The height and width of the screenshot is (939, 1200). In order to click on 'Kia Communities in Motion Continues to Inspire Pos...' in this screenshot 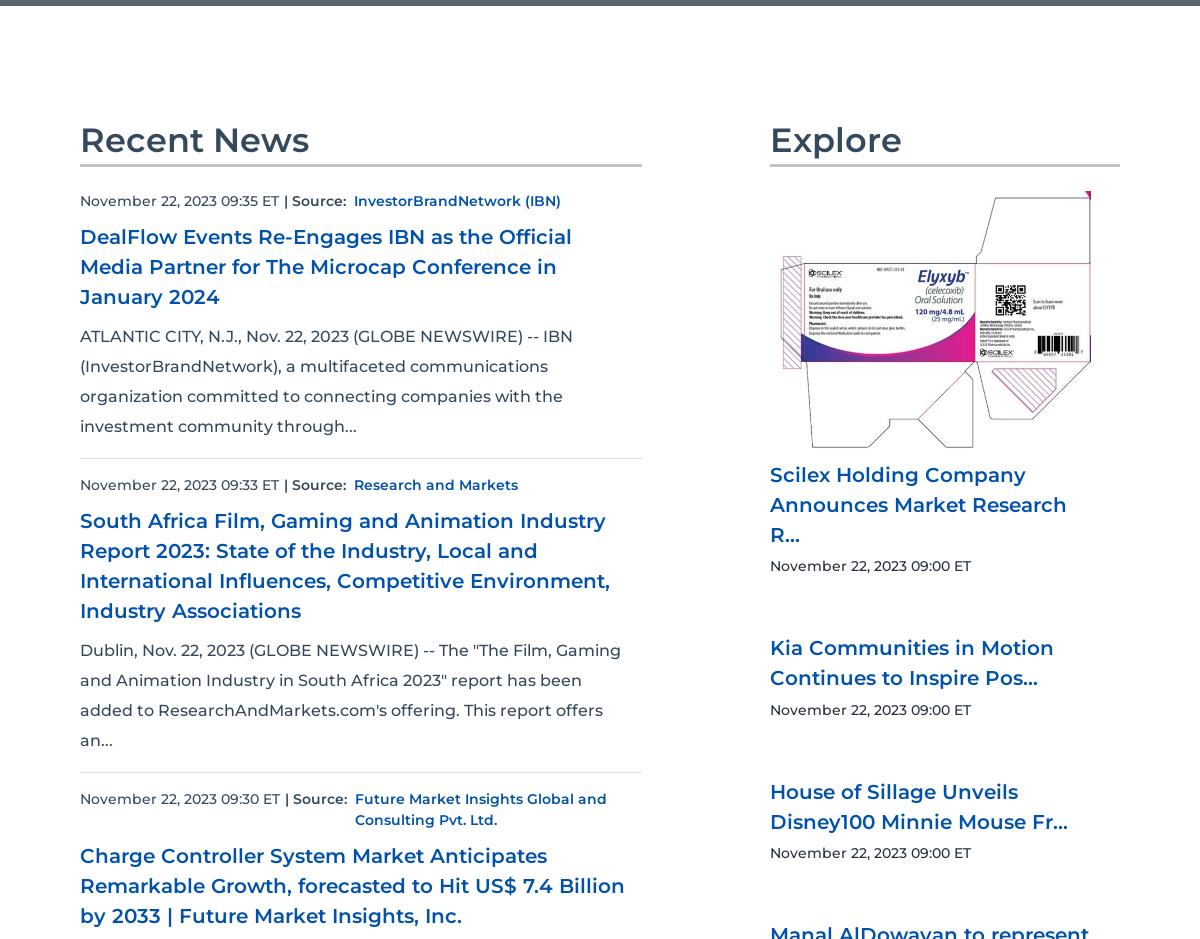, I will do `click(912, 851)`.